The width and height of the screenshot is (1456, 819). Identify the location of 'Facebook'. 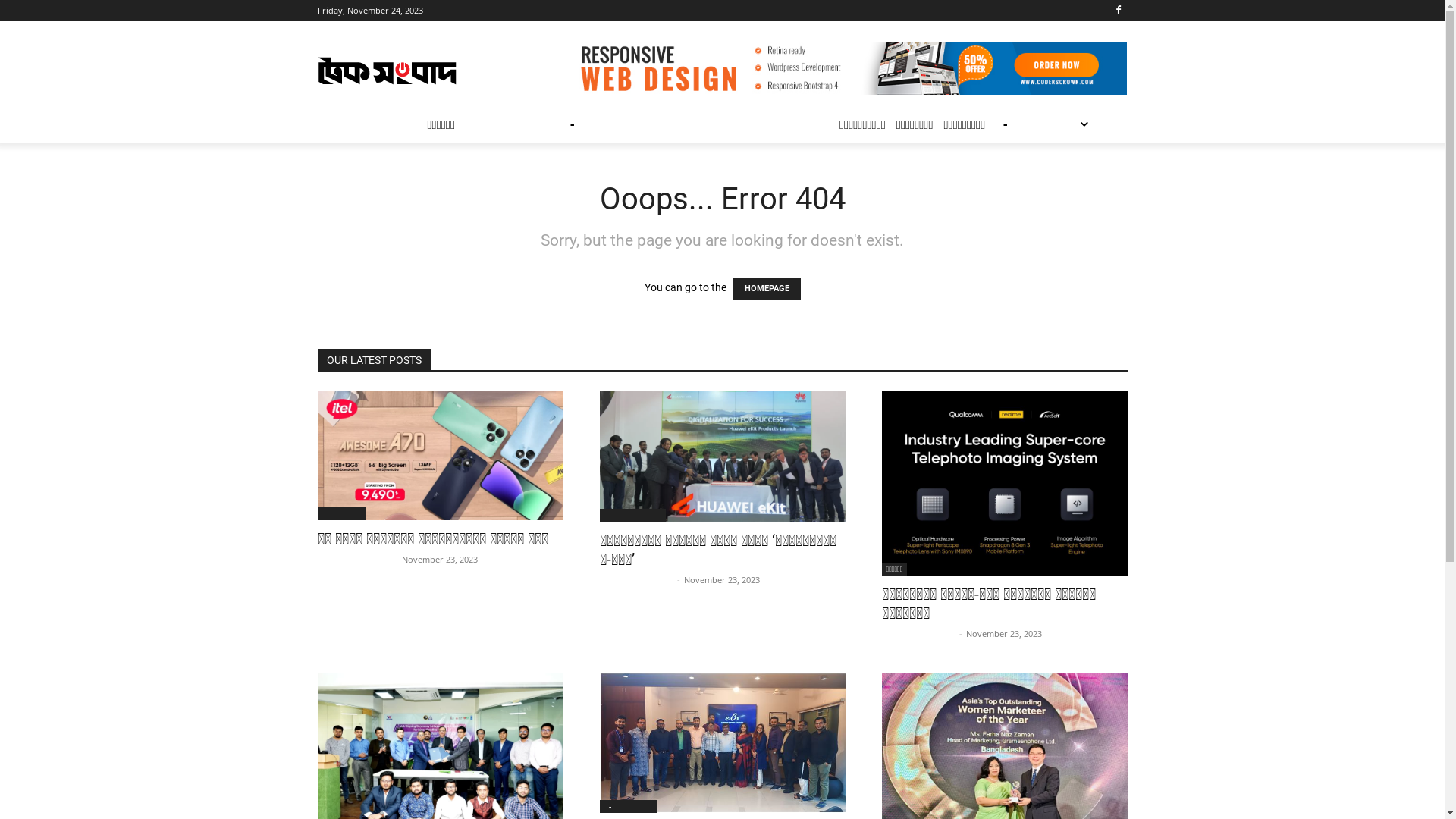
(1119, 10).